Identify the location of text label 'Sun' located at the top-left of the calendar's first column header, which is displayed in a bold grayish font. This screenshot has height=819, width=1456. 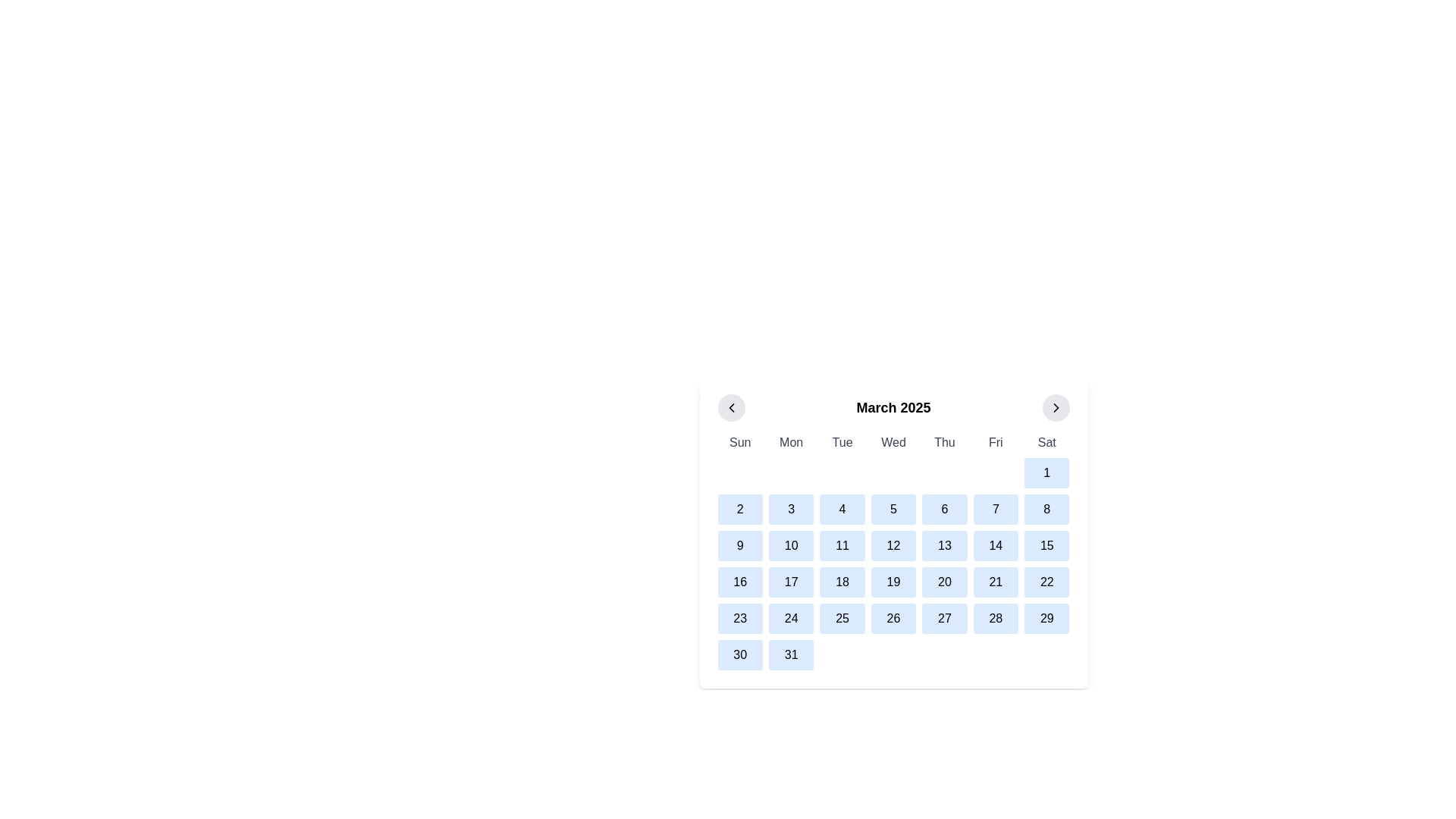
(740, 442).